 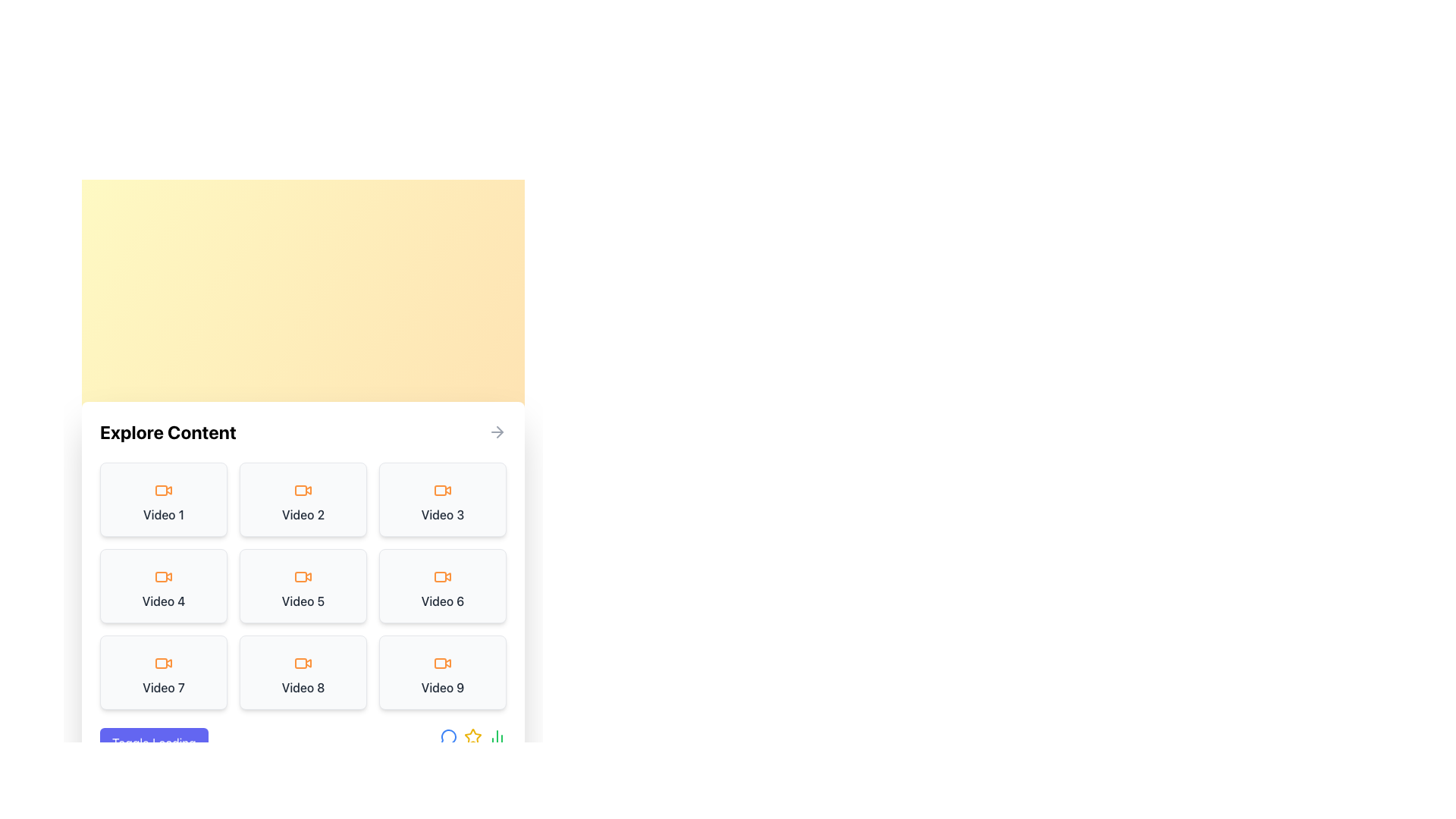 I want to click on the 'Toggle Loading' button, so click(x=154, y=742).